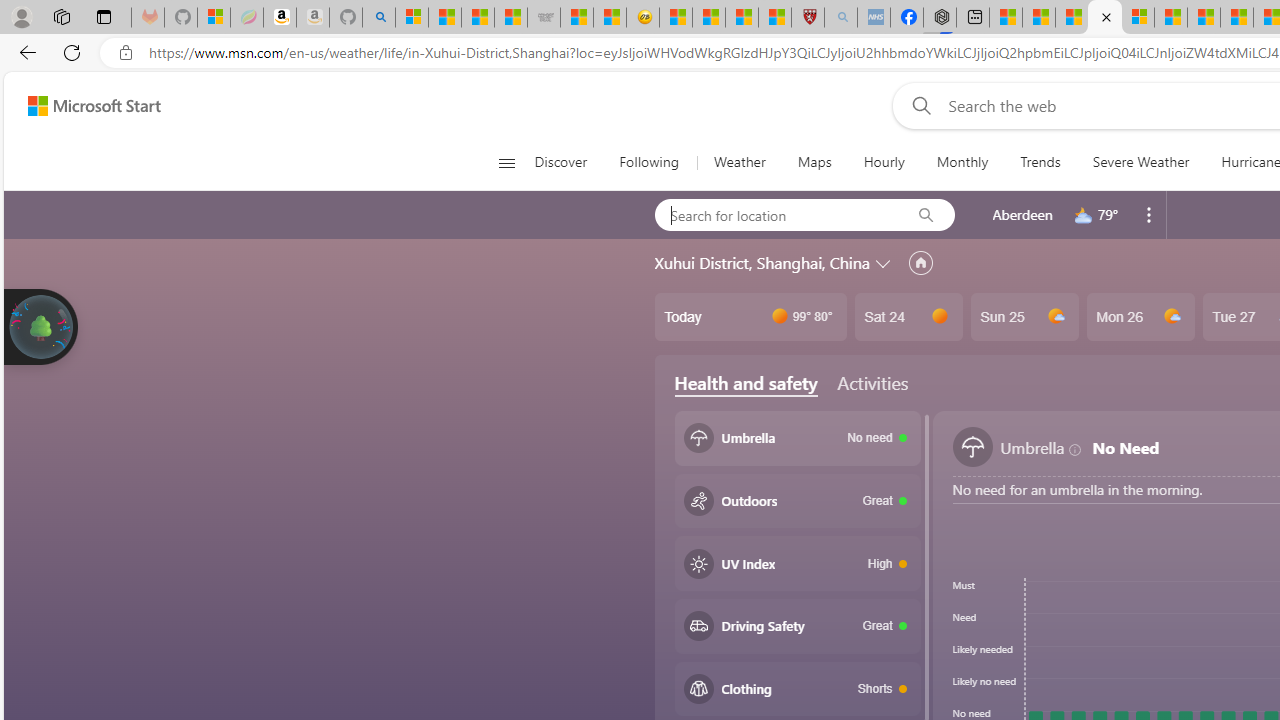 The width and height of the screenshot is (1280, 720). Describe the element at coordinates (1141, 162) in the screenshot. I see `'Severe Weather'` at that location.